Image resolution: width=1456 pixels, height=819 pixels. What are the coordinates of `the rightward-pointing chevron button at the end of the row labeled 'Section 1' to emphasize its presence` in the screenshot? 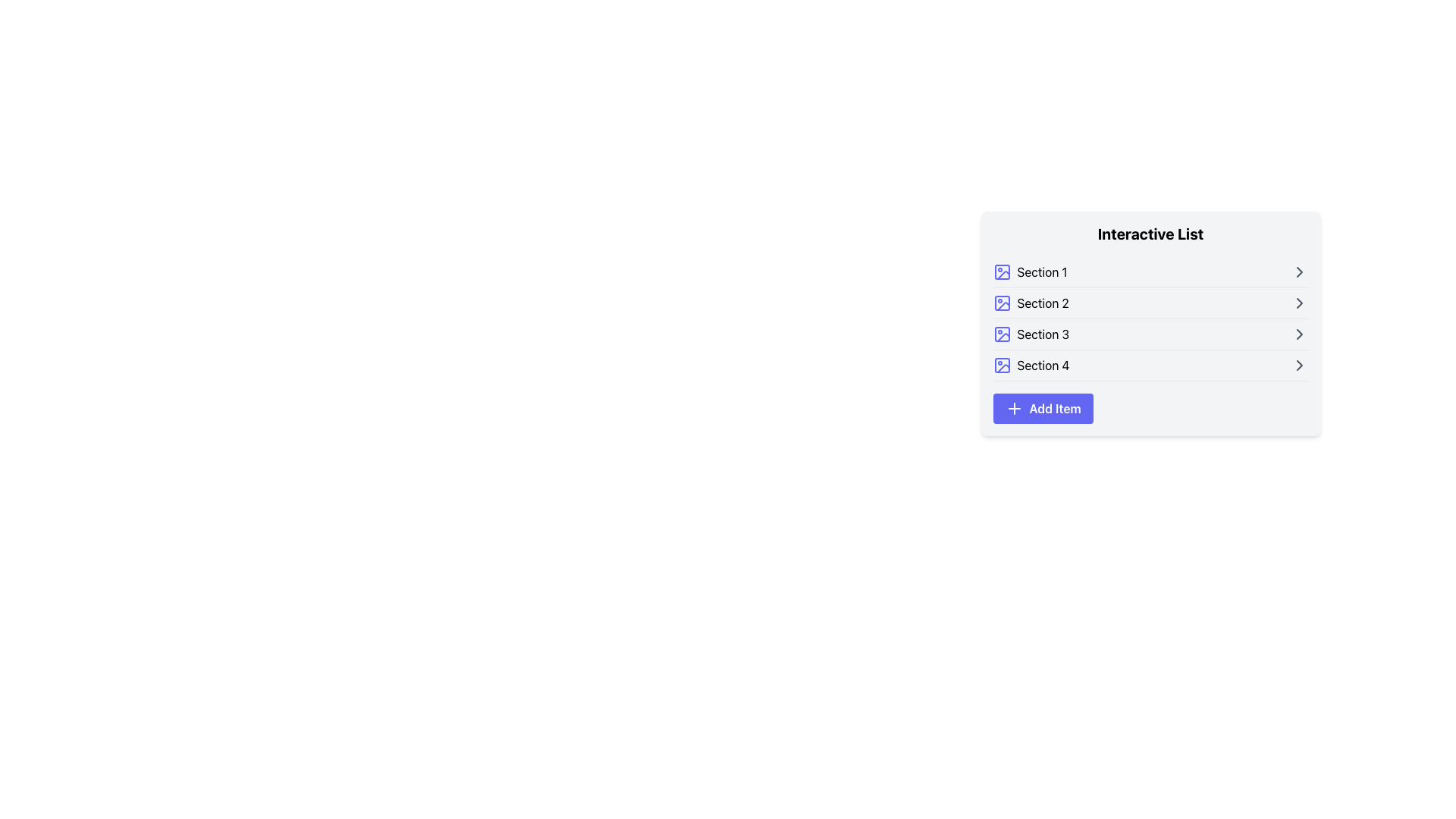 It's located at (1298, 271).